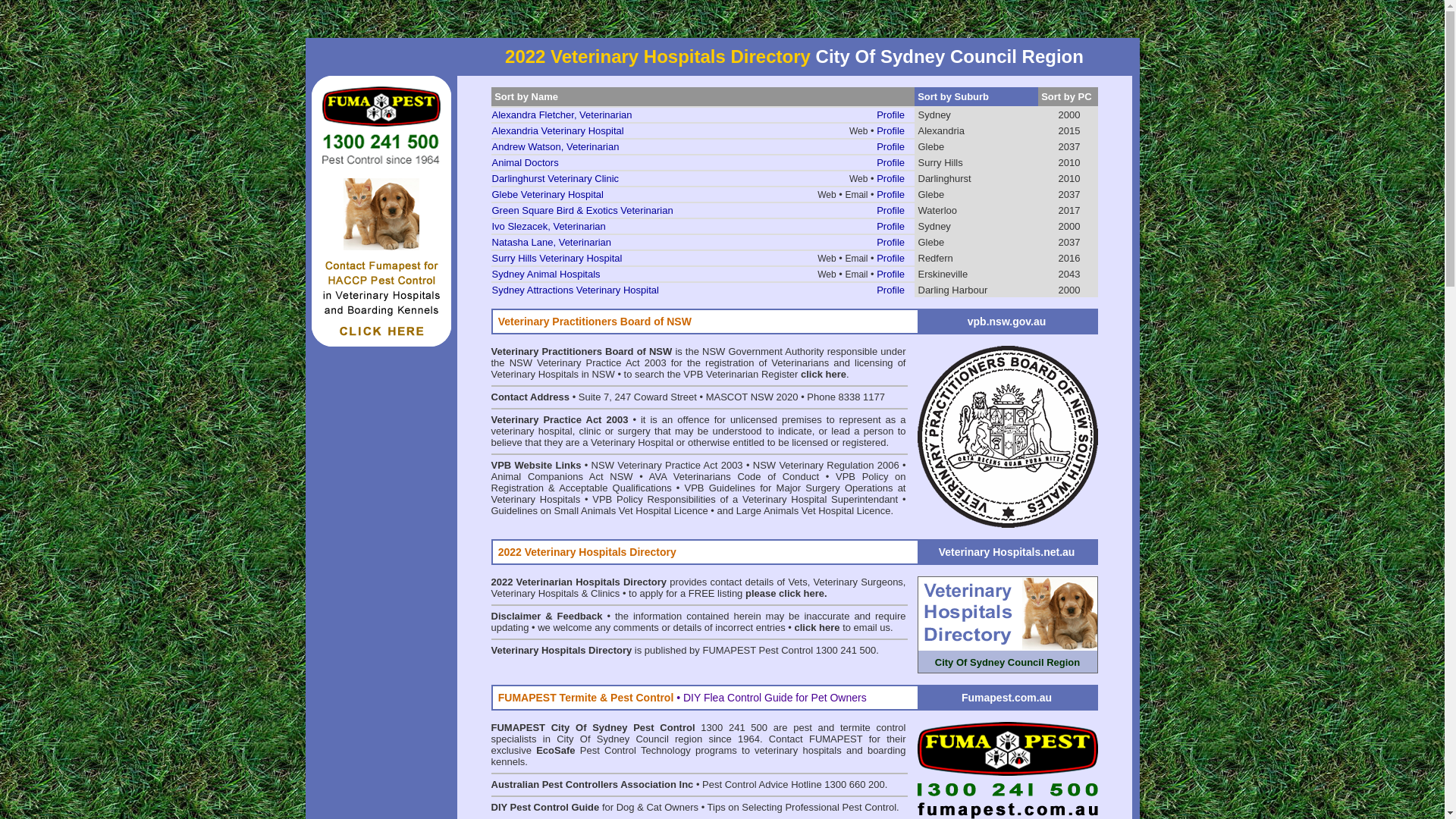  Describe the element at coordinates (930, 146) in the screenshot. I see `'Glebe'` at that location.